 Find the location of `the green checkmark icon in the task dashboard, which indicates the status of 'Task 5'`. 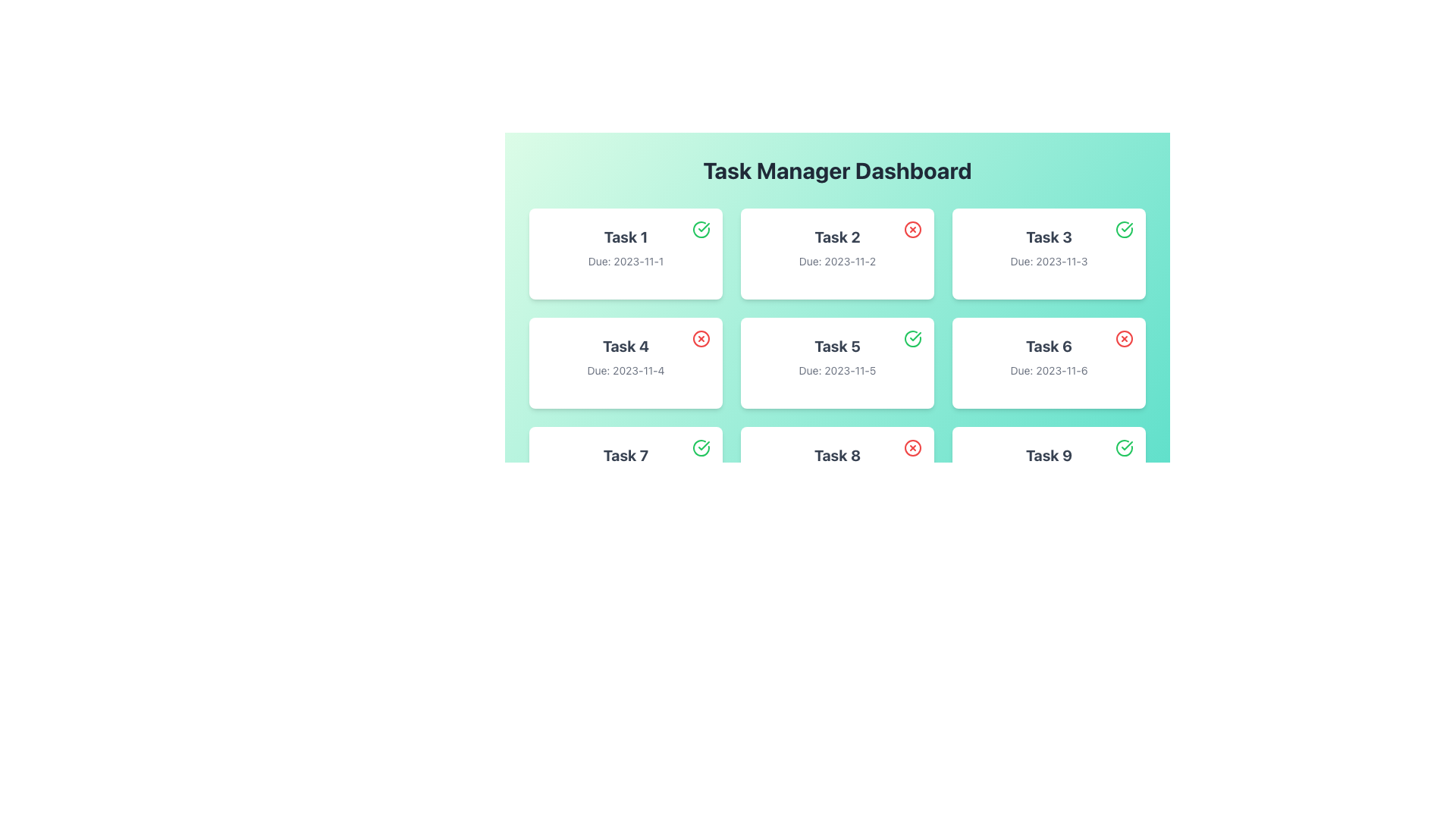

the green checkmark icon in the task dashboard, which indicates the status of 'Task 5' is located at coordinates (703, 444).